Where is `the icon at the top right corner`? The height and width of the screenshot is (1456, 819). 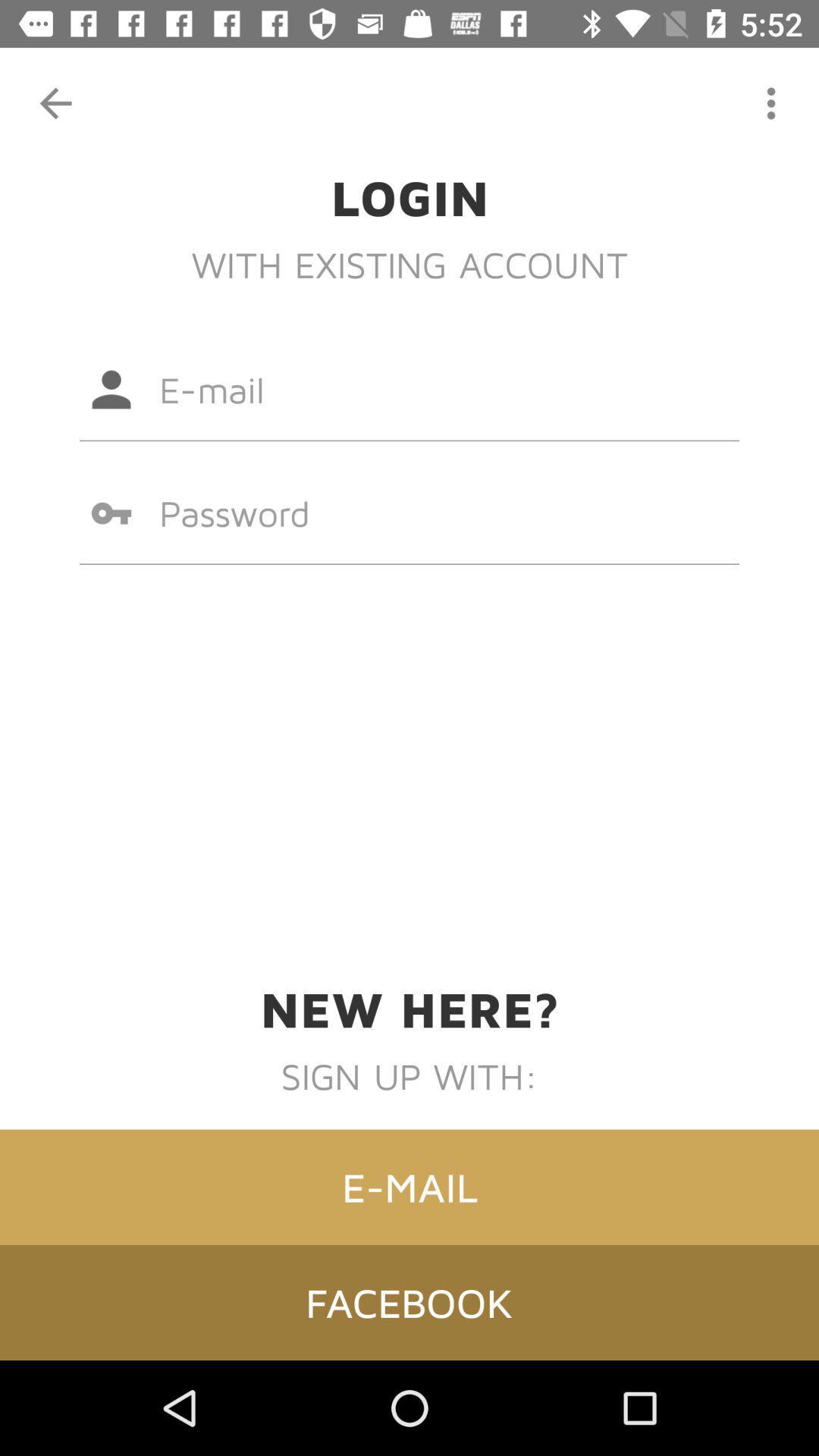
the icon at the top right corner is located at coordinates (771, 102).